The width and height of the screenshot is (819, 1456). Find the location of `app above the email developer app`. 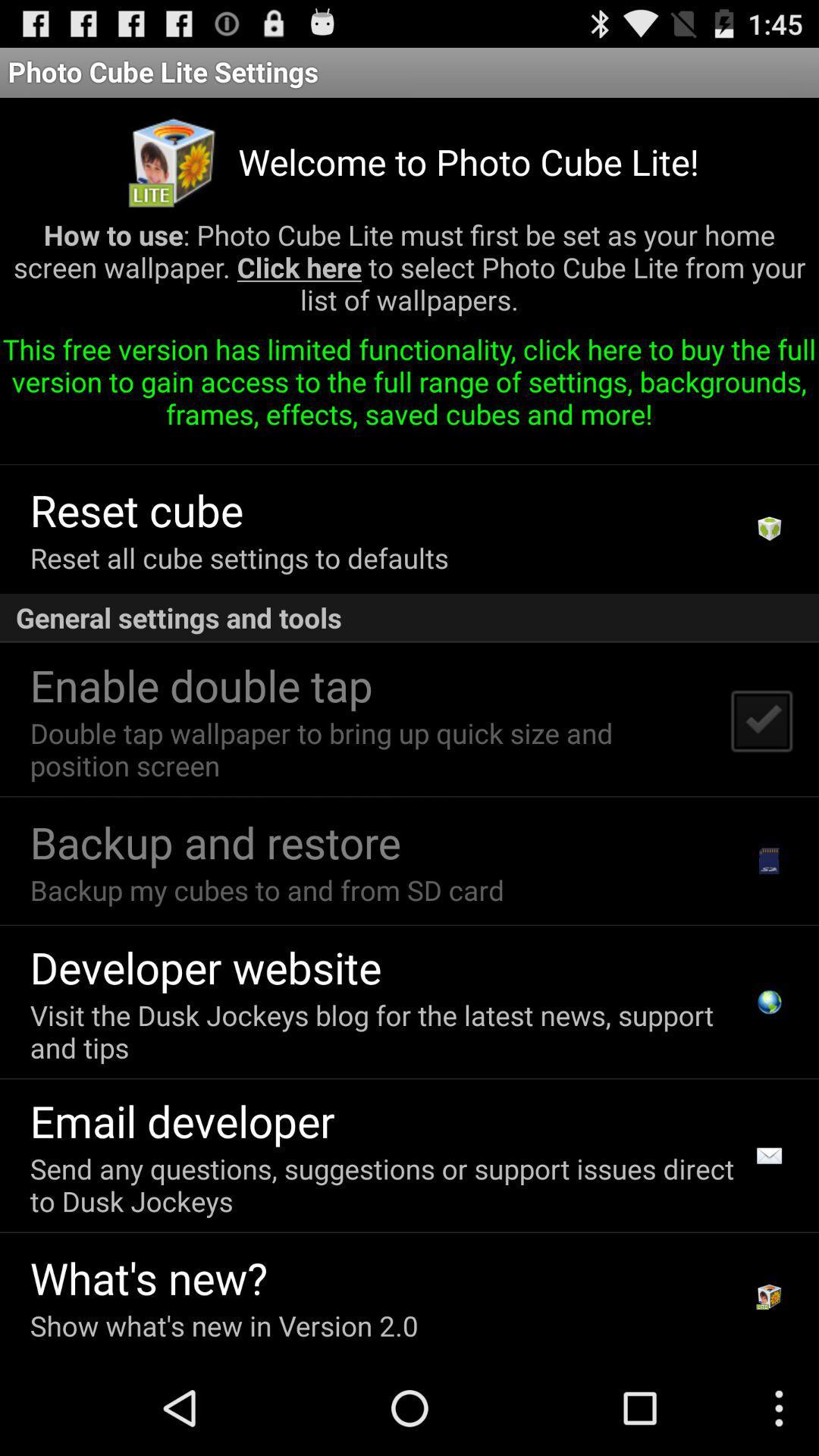

app above the email developer app is located at coordinates (386, 1031).